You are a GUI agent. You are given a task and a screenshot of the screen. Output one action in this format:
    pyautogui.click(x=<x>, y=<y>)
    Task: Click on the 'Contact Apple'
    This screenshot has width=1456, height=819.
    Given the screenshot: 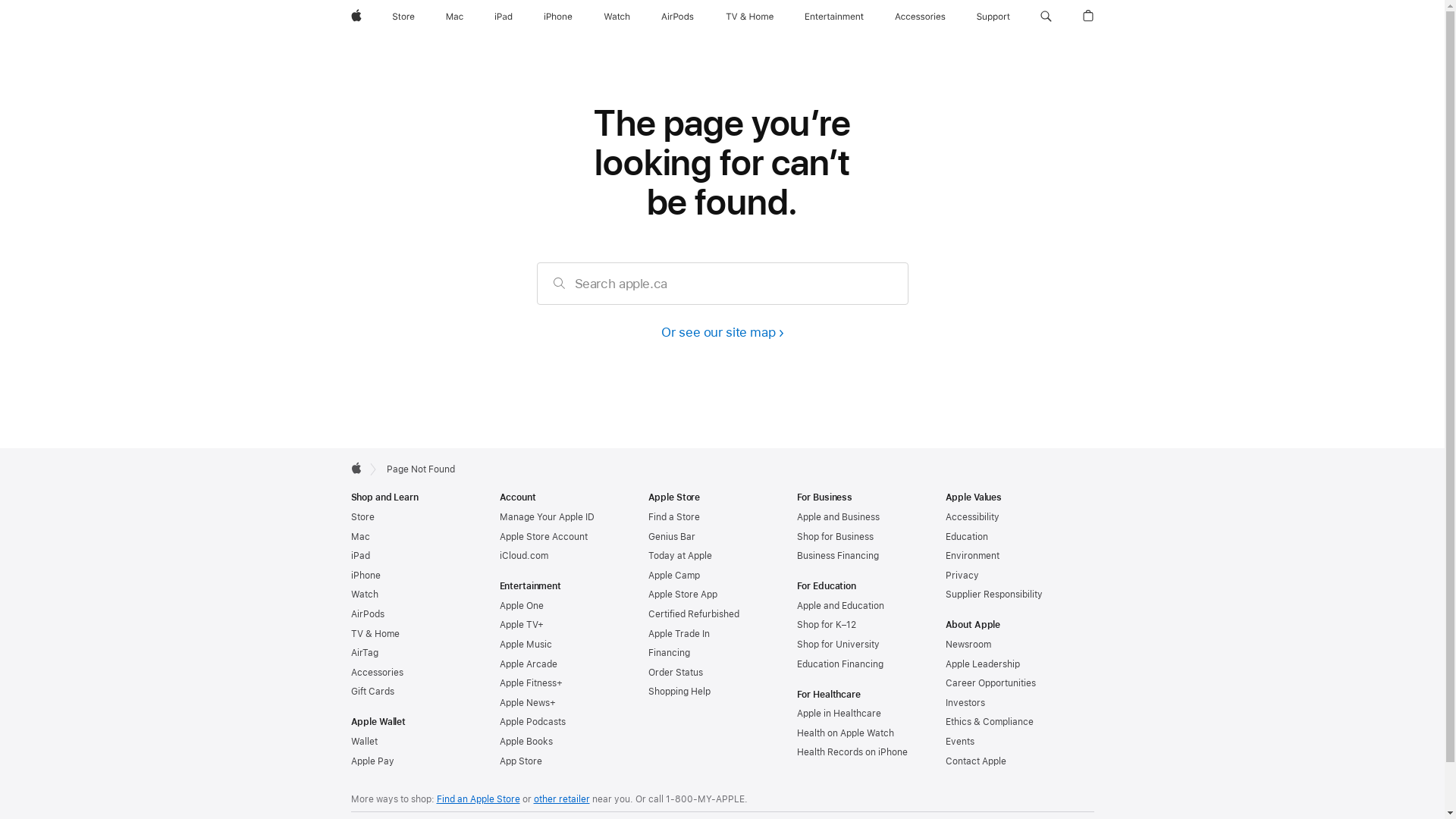 What is the action you would take?
    pyautogui.click(x=975, y=761)
    